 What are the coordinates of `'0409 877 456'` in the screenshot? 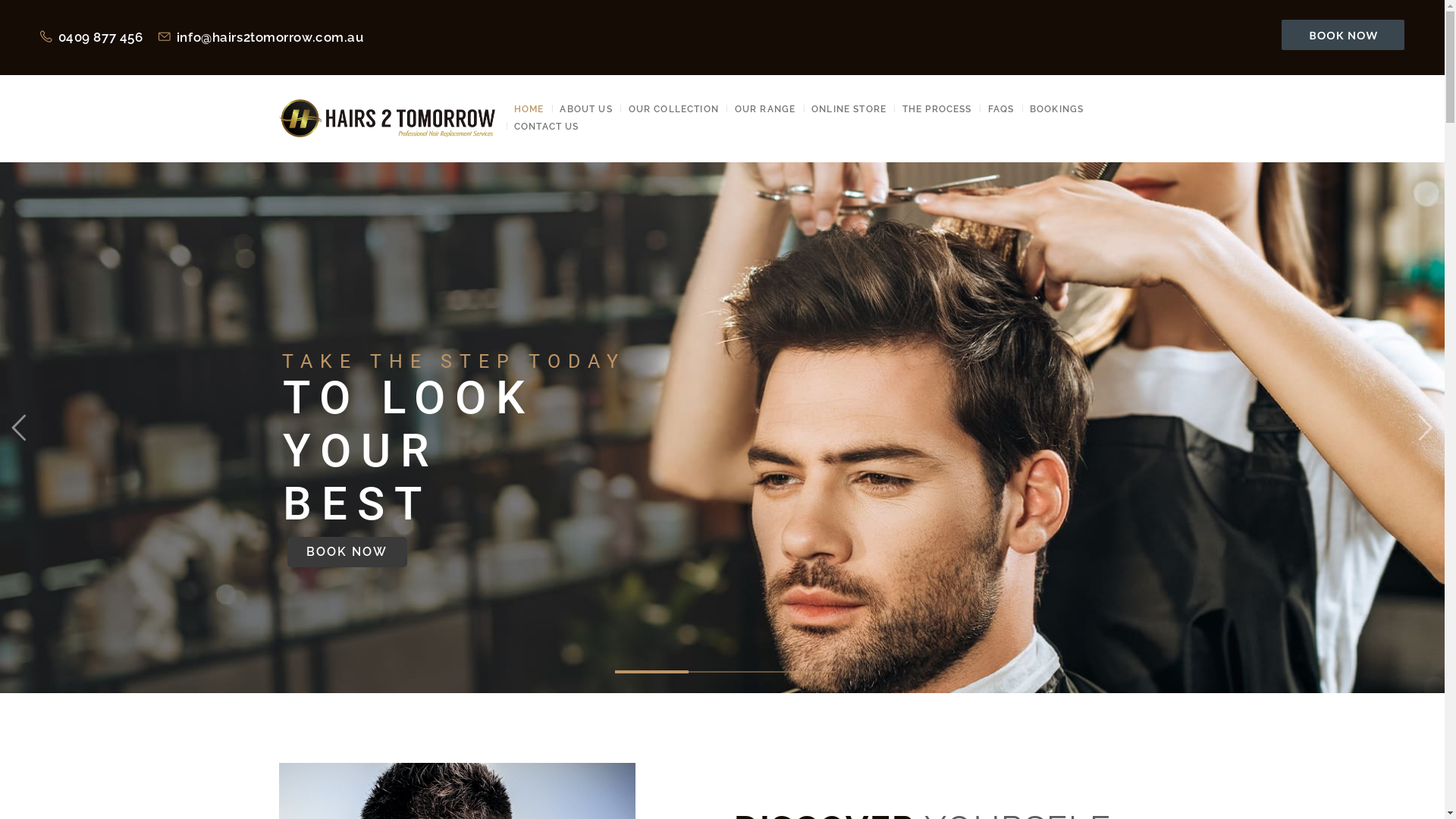 It's located at (90, 36).